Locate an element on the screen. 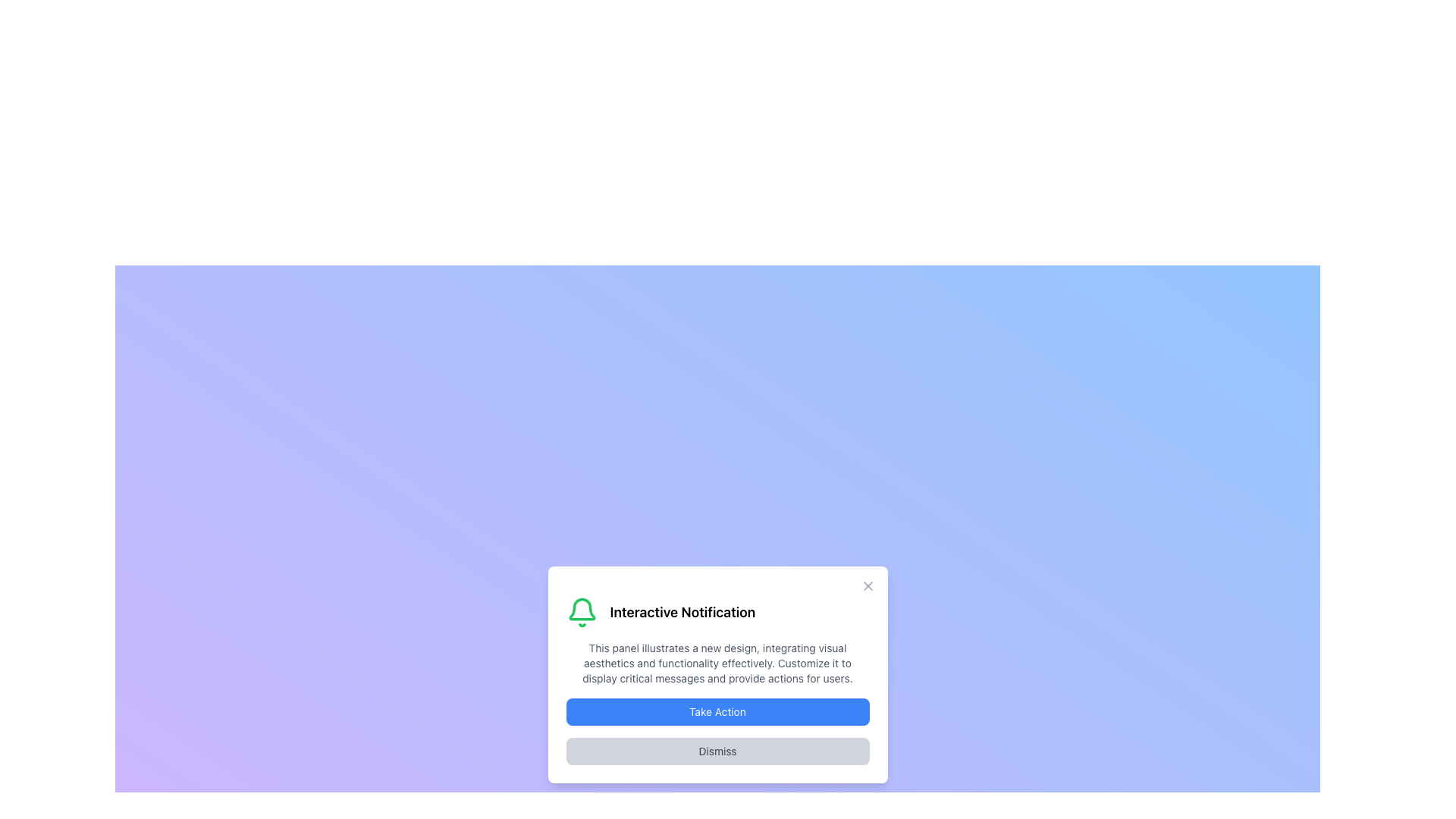  the close icon button represented by a diagonal cross (X) located in the top-right corner of the card-like panel is located at coordinates (868, 585).